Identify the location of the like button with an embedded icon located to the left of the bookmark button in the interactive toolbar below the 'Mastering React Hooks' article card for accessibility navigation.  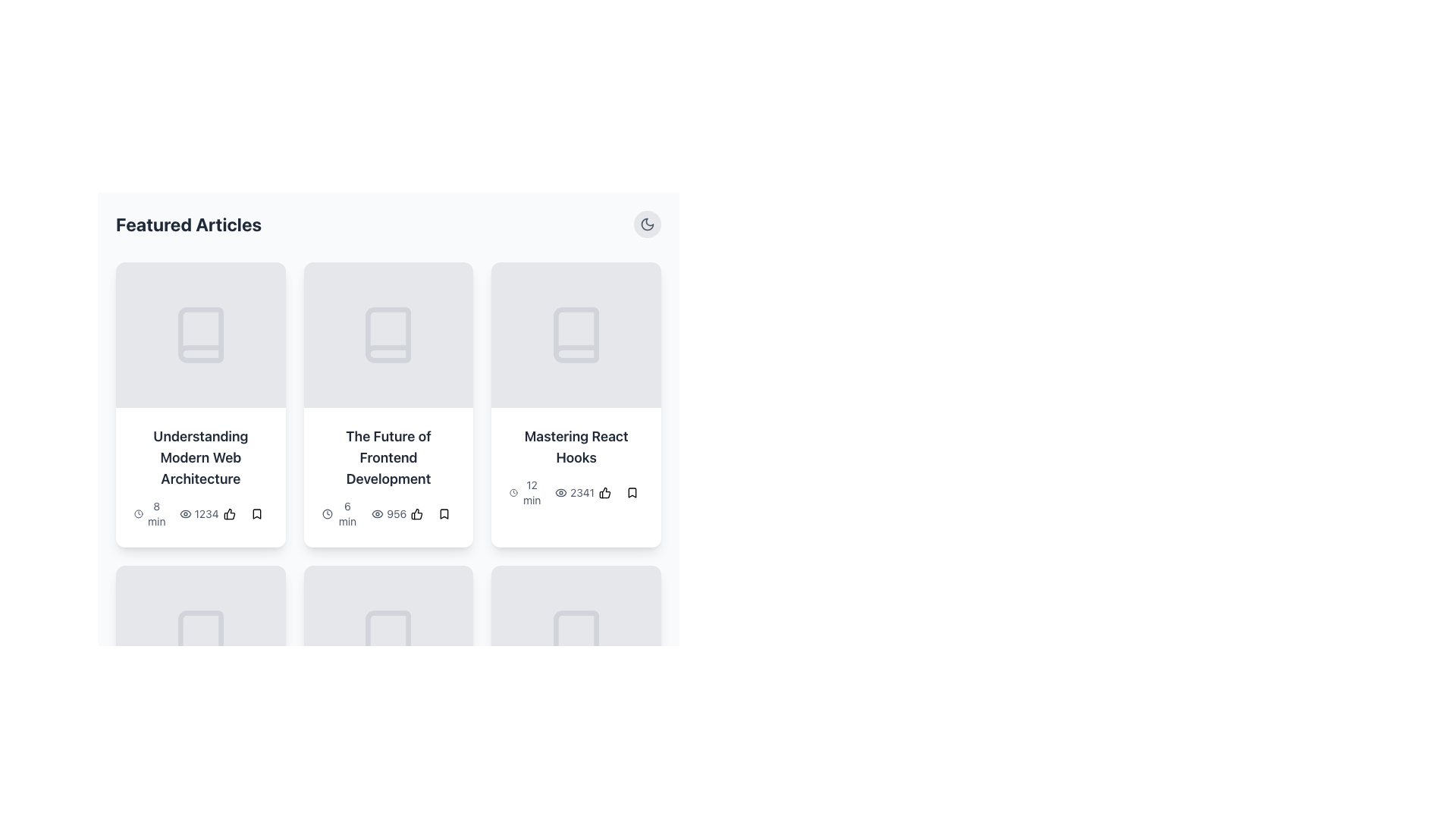
(604, 493).